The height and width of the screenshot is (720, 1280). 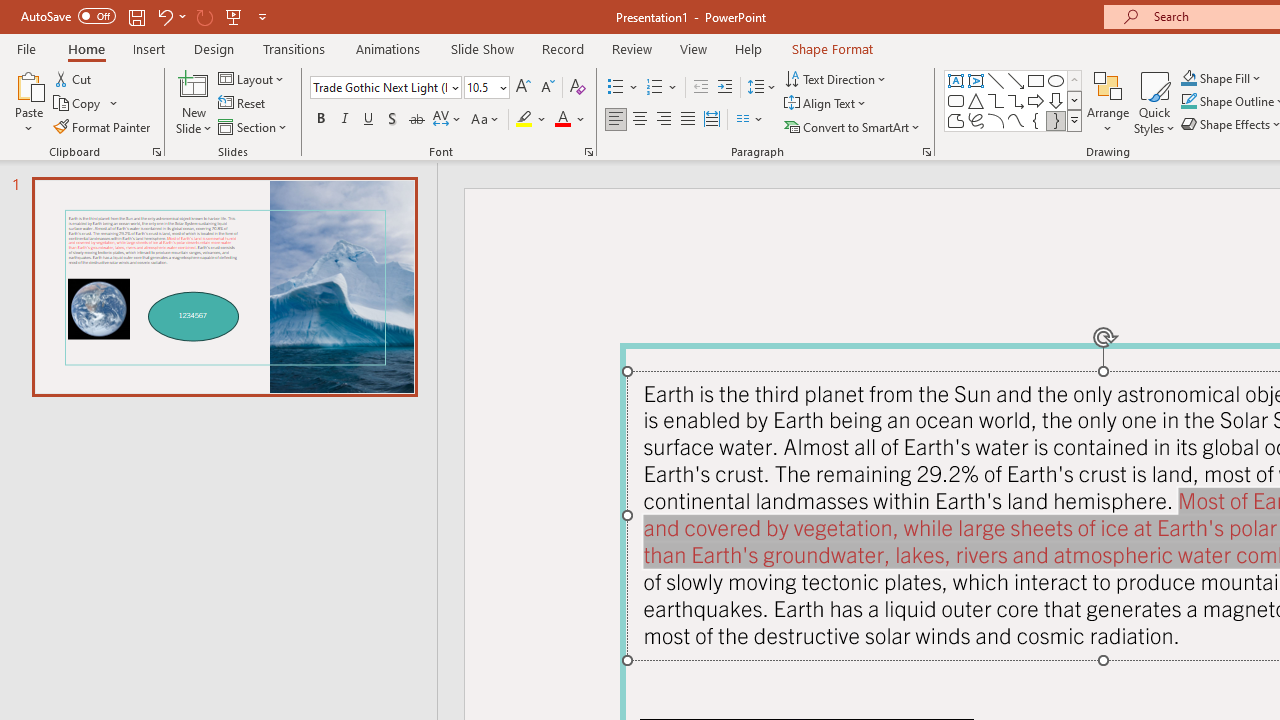 I want to click on 'AutomationID: ShapesInsertGallery', so click(x=1014, y=100).